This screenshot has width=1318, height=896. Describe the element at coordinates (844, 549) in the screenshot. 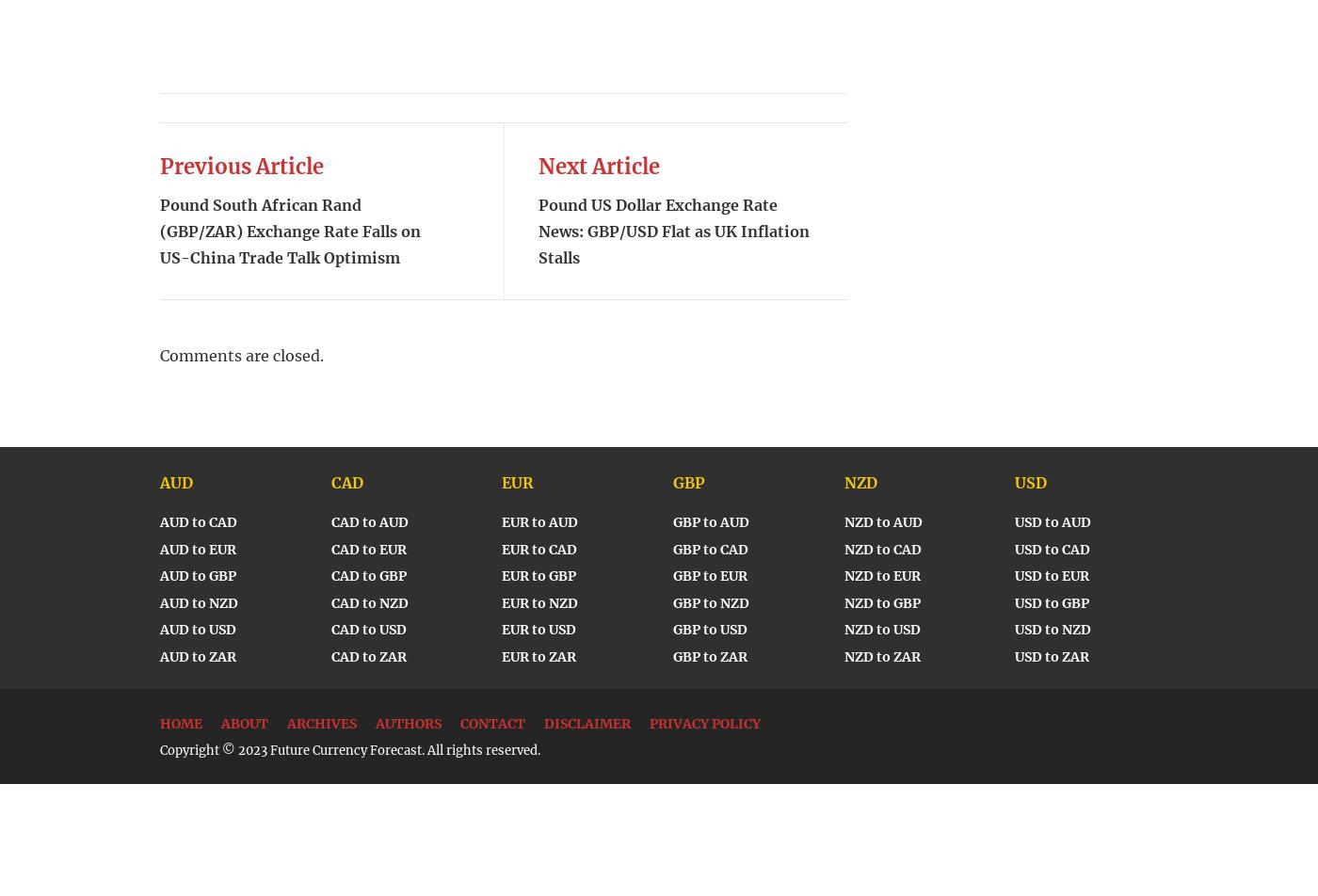

I see `'NZD to CAD'` at that location.